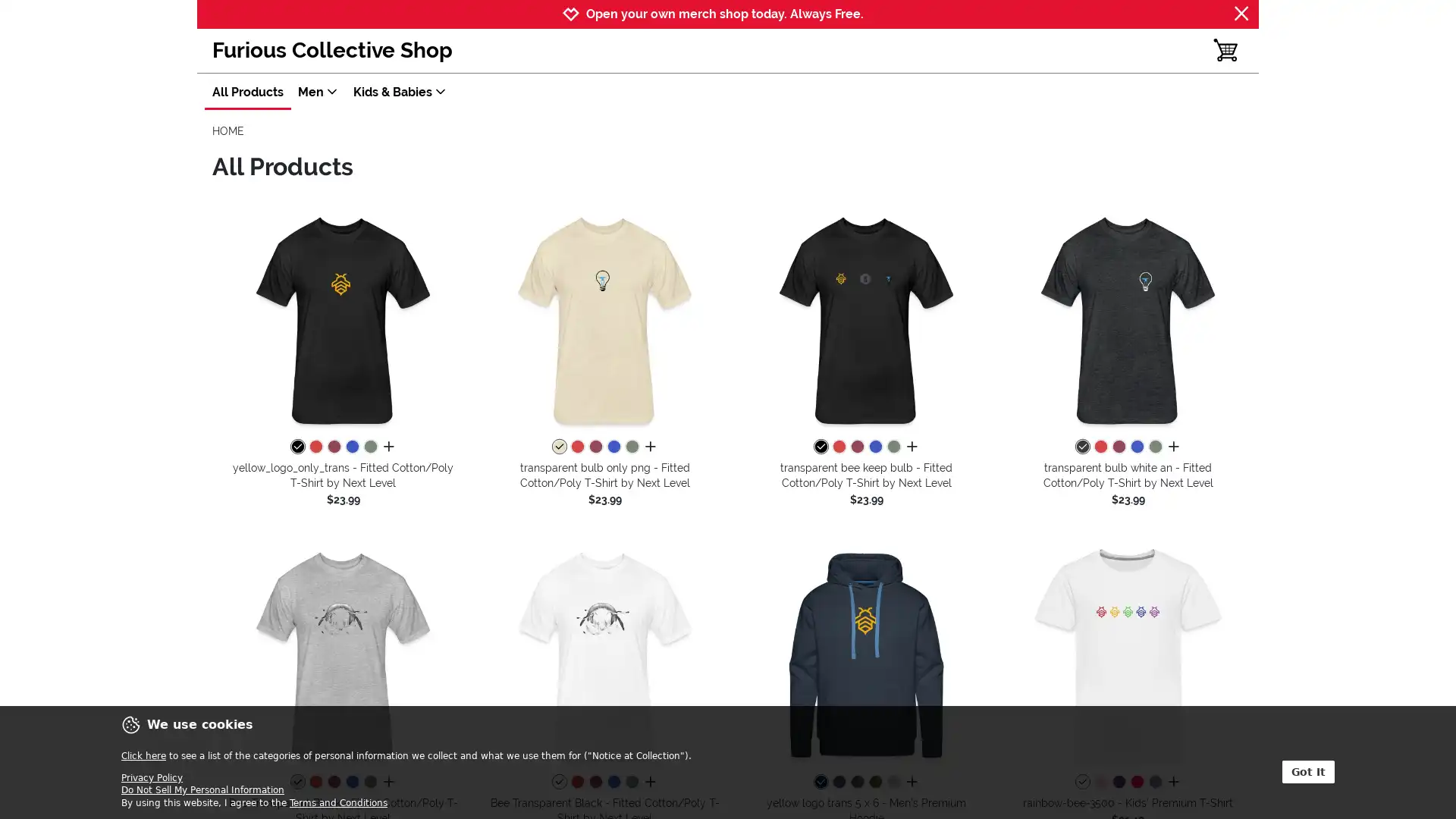 The image size is (1456, 819). What do you see at coordinates (342, 318) in the screenshot?
I see `yellow_logo_only_trans - Fitted Cotton/Poly T-Shirt by Next Level` at bounding box center [342, 318].